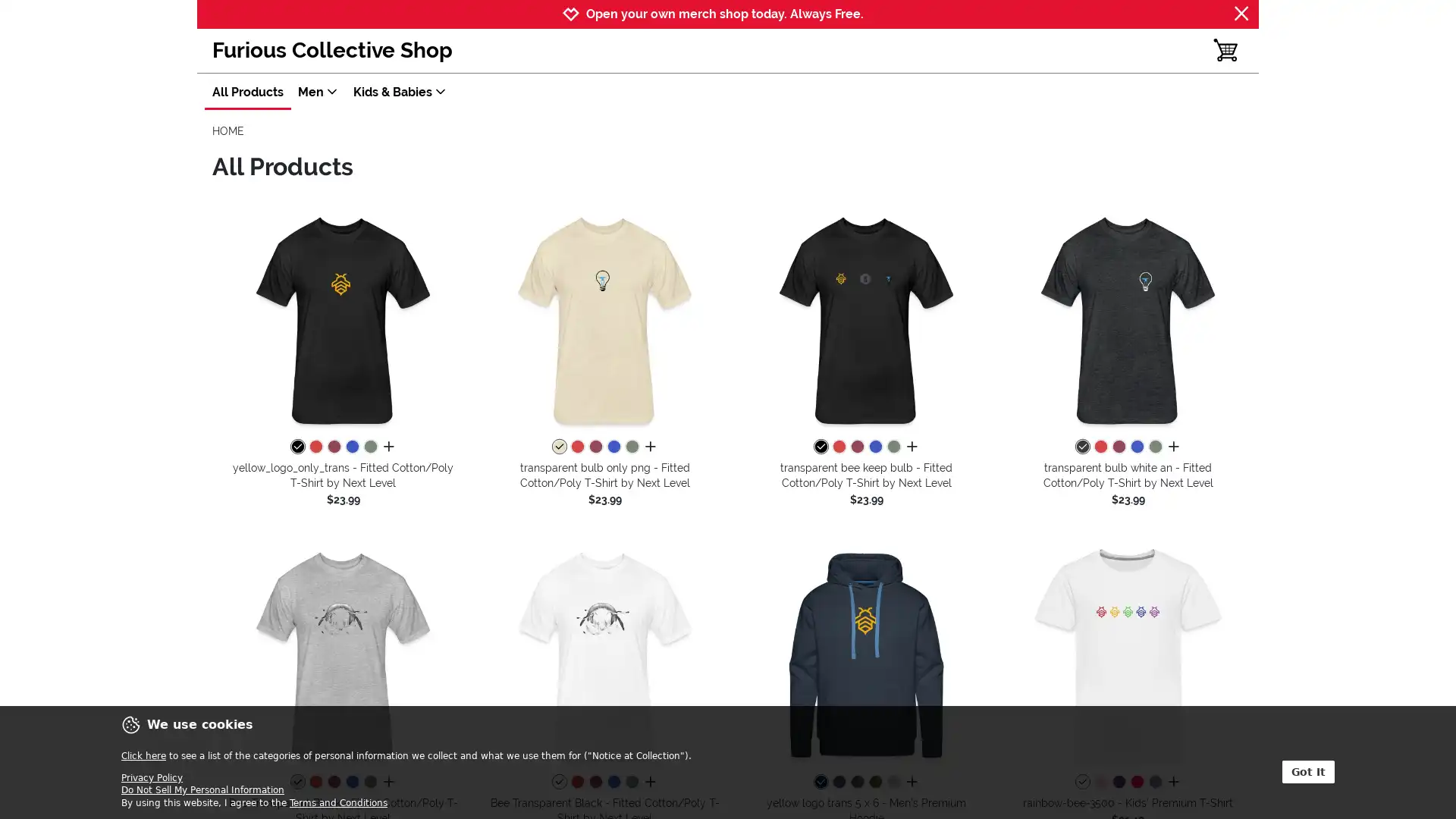 The image size is (1456, 819). What do you see at coordinates (342, 318) in the screenshot?
I see `yellow_logo_only_trans - Fitted Cotton/Poly T-Shirt by Next Level` at bounding box center [342, 318].